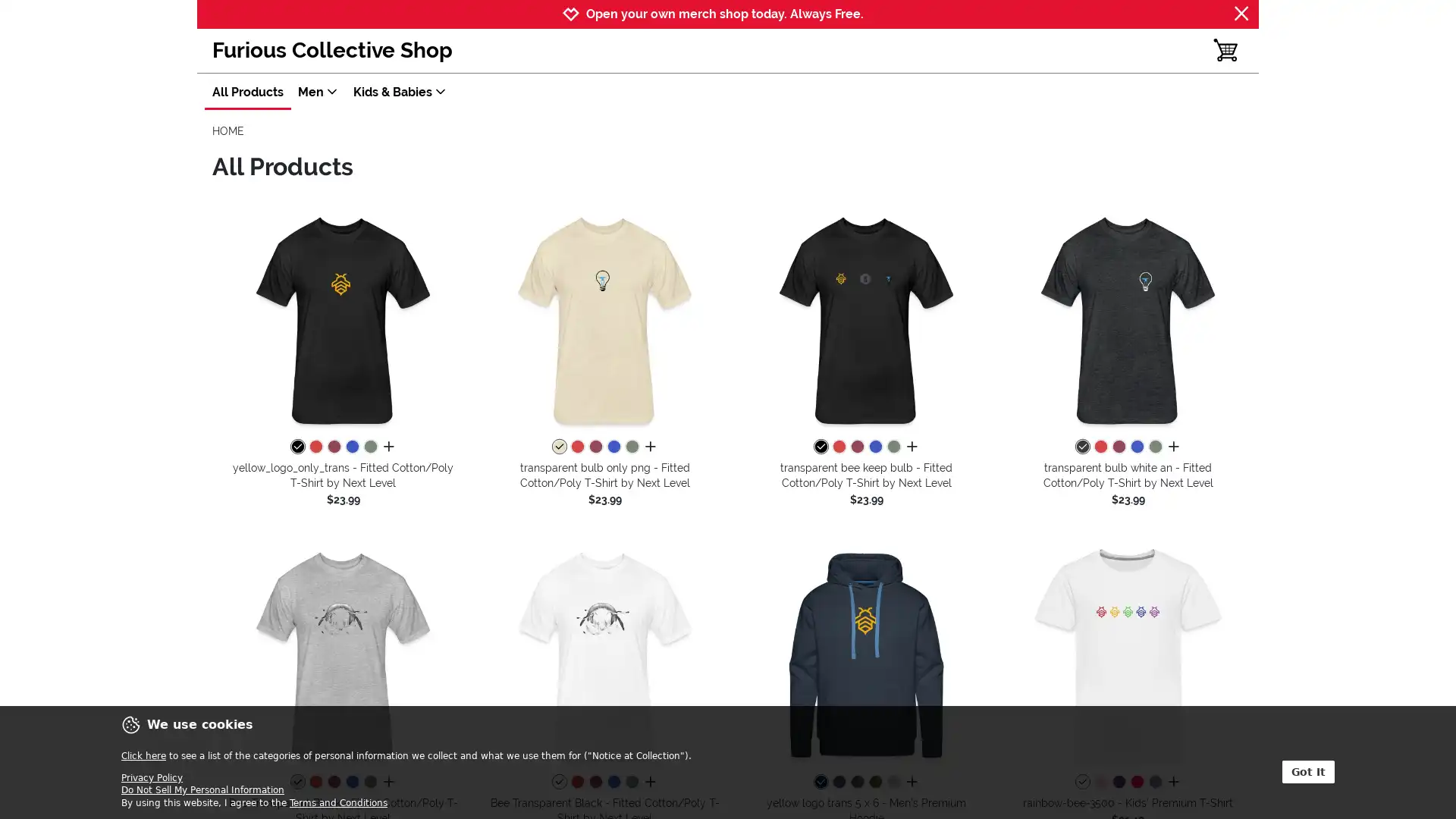 The image size is (1456, 819). What do you see at coordinates (342, 318) in the screenshot?
I see `yellow_logo_only_trans - Fitted Cotton/Poly T-Shirt by Next Level` at bounding box center [342, 318].